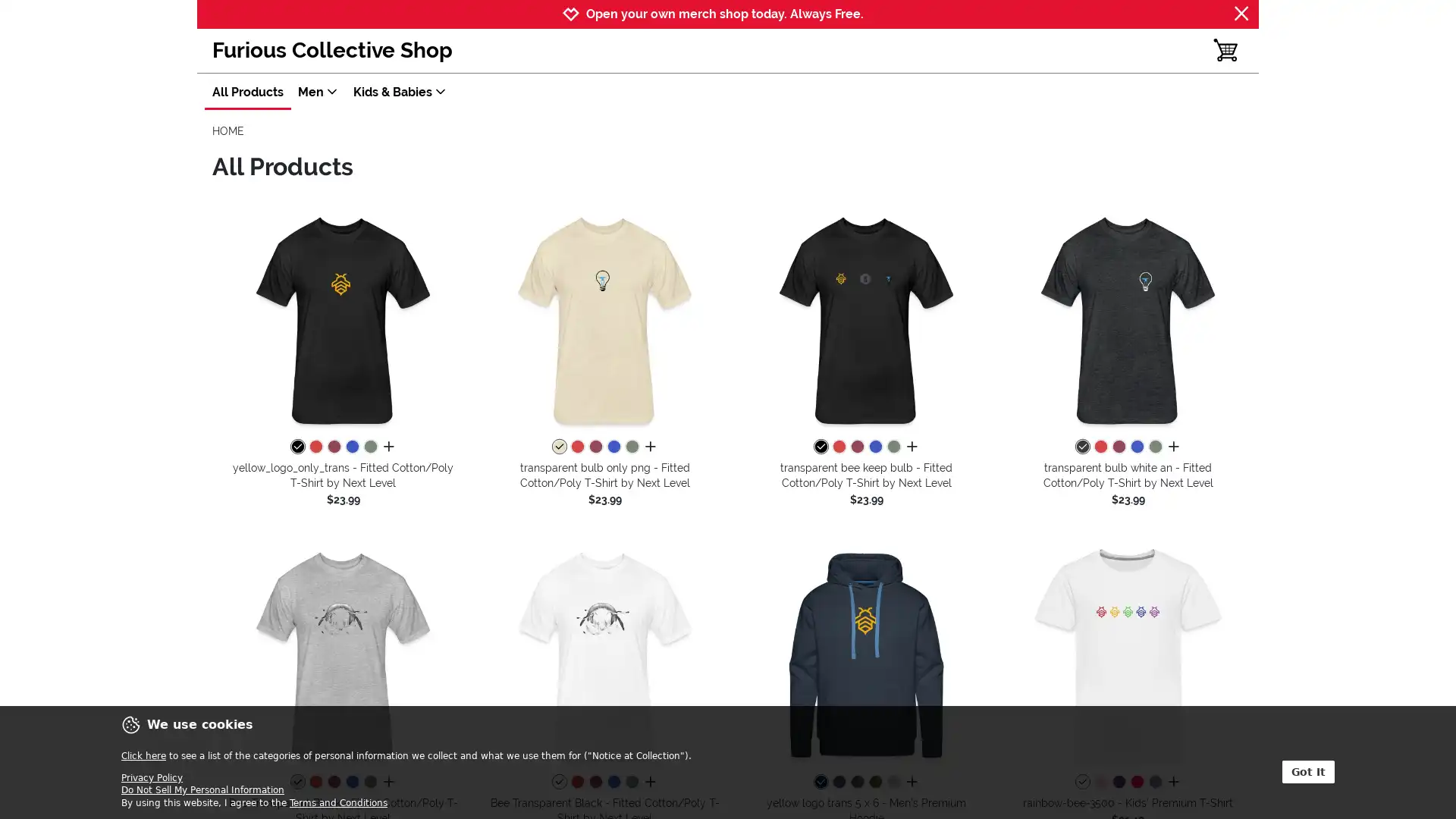 The image size is (1456, 819). What do you see at coordinates (342, 318) in the screenshot?
I see `yellow_logo_only_trans - Fitted Cotton/Poly T-Shirt by Next Level` at bounding box center [342, 318].